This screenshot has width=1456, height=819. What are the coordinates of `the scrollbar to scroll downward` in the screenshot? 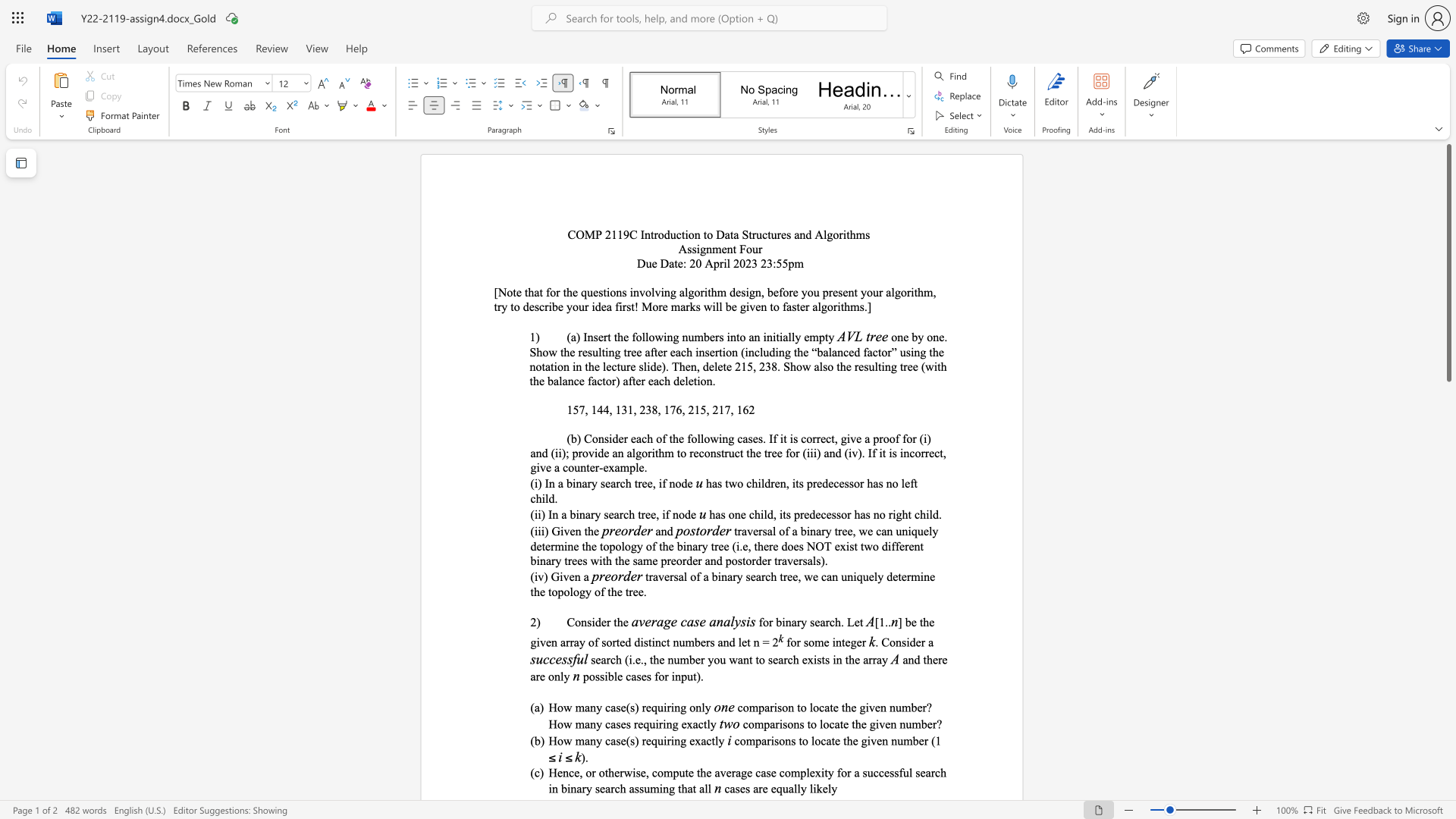 It's located at (1448, 614).